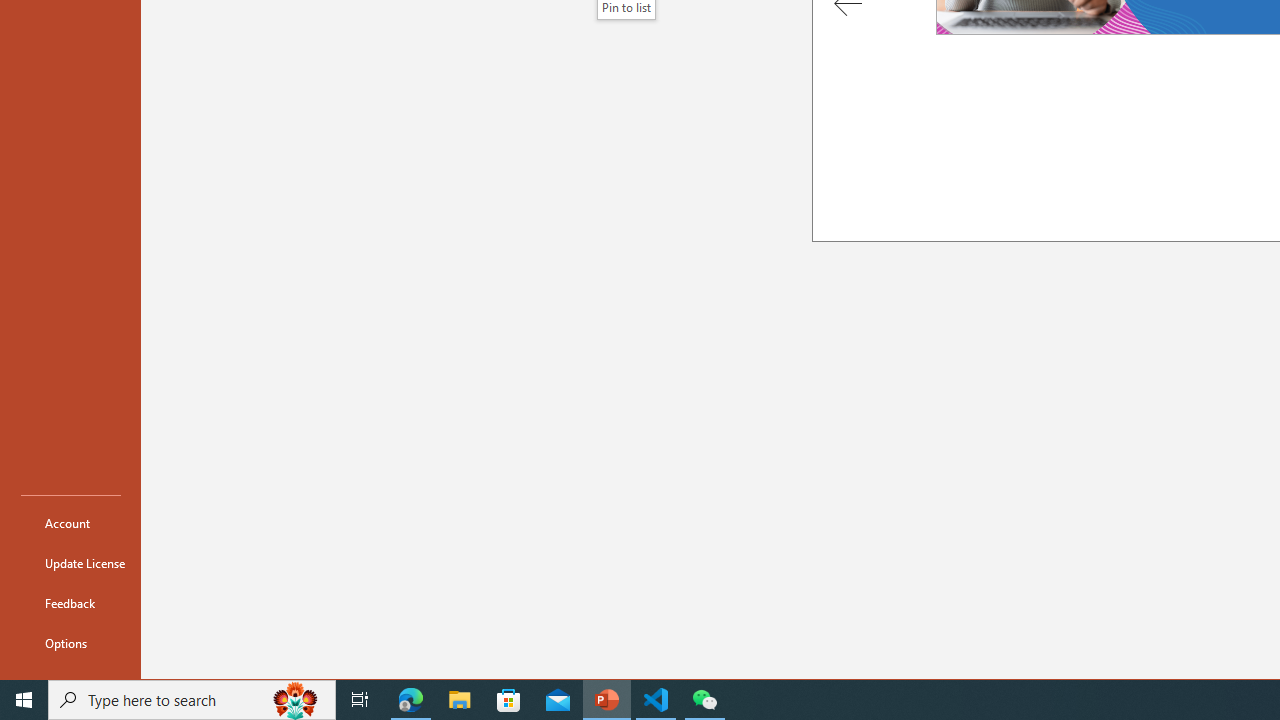  Describe the element at coordinates (71, 563) in the screenshot. I see `'Update License'` at that location.